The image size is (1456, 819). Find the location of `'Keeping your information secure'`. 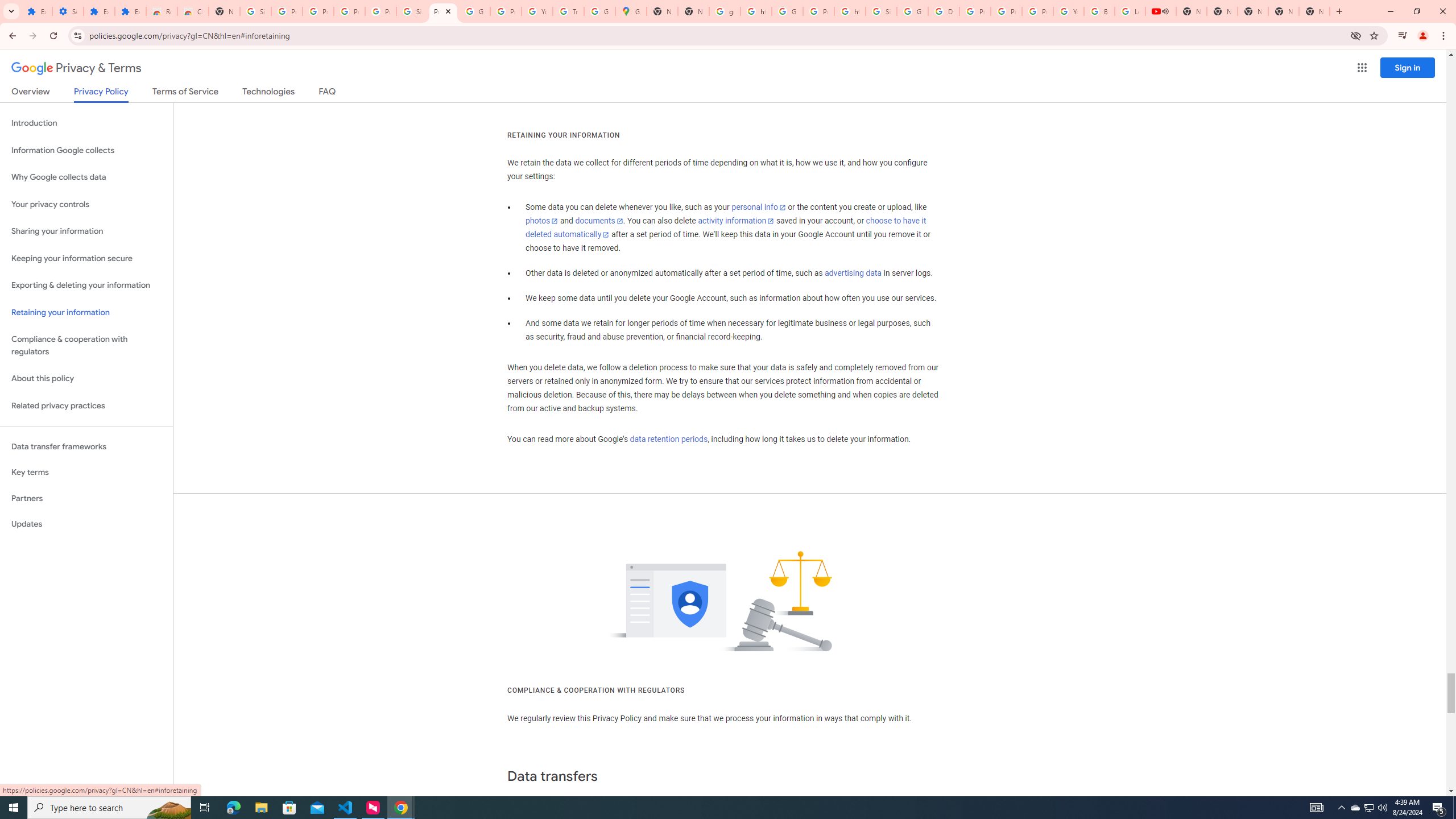

'Keeping your information secure' is located at coordinates (86, 259).